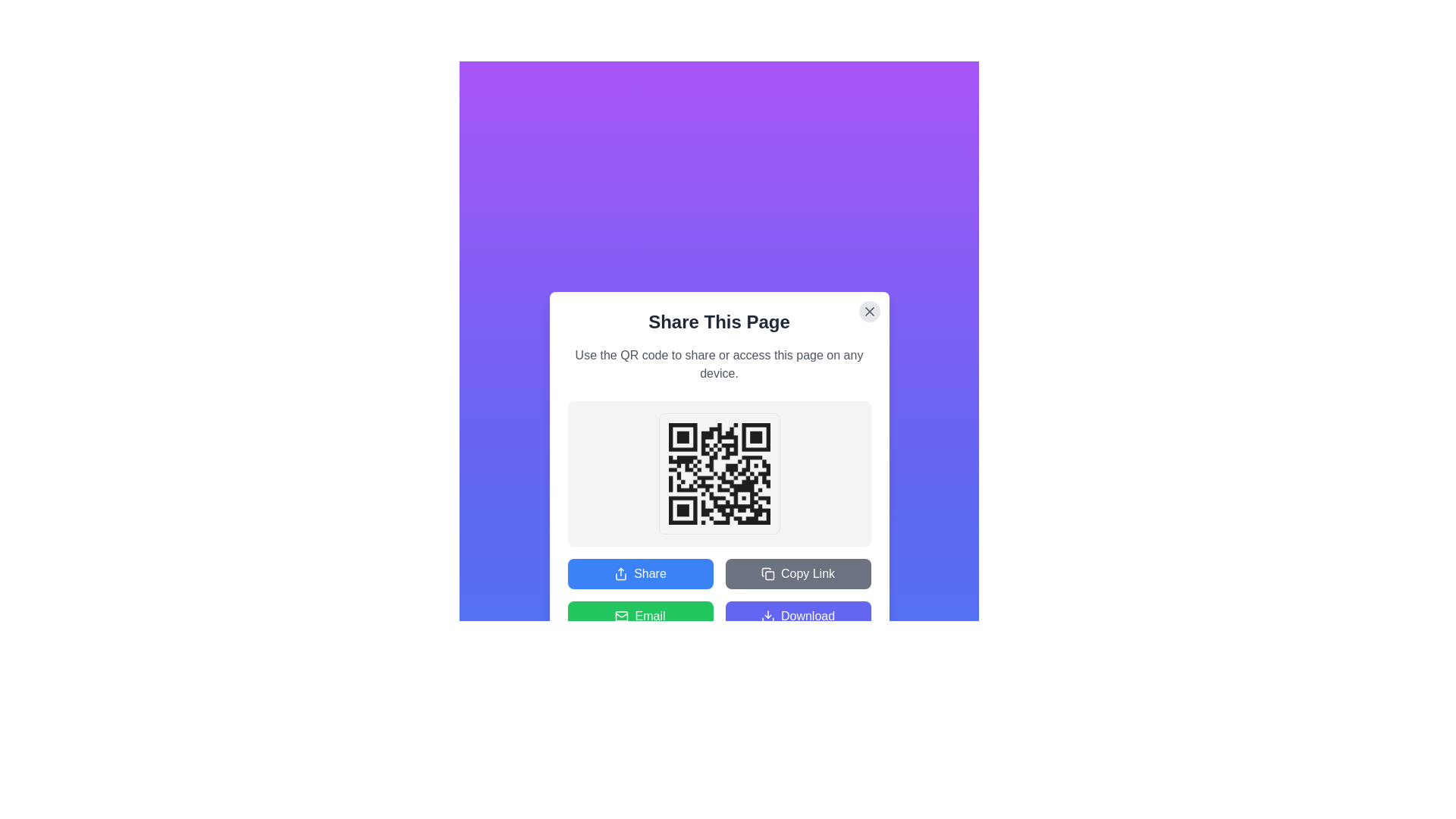 This screenshot has width=1456, height=819. I want to click on the 'Download' button located at the bottom-right corner of the card, which contains the decorative icon indicating the download functionality, so click(767, 617).